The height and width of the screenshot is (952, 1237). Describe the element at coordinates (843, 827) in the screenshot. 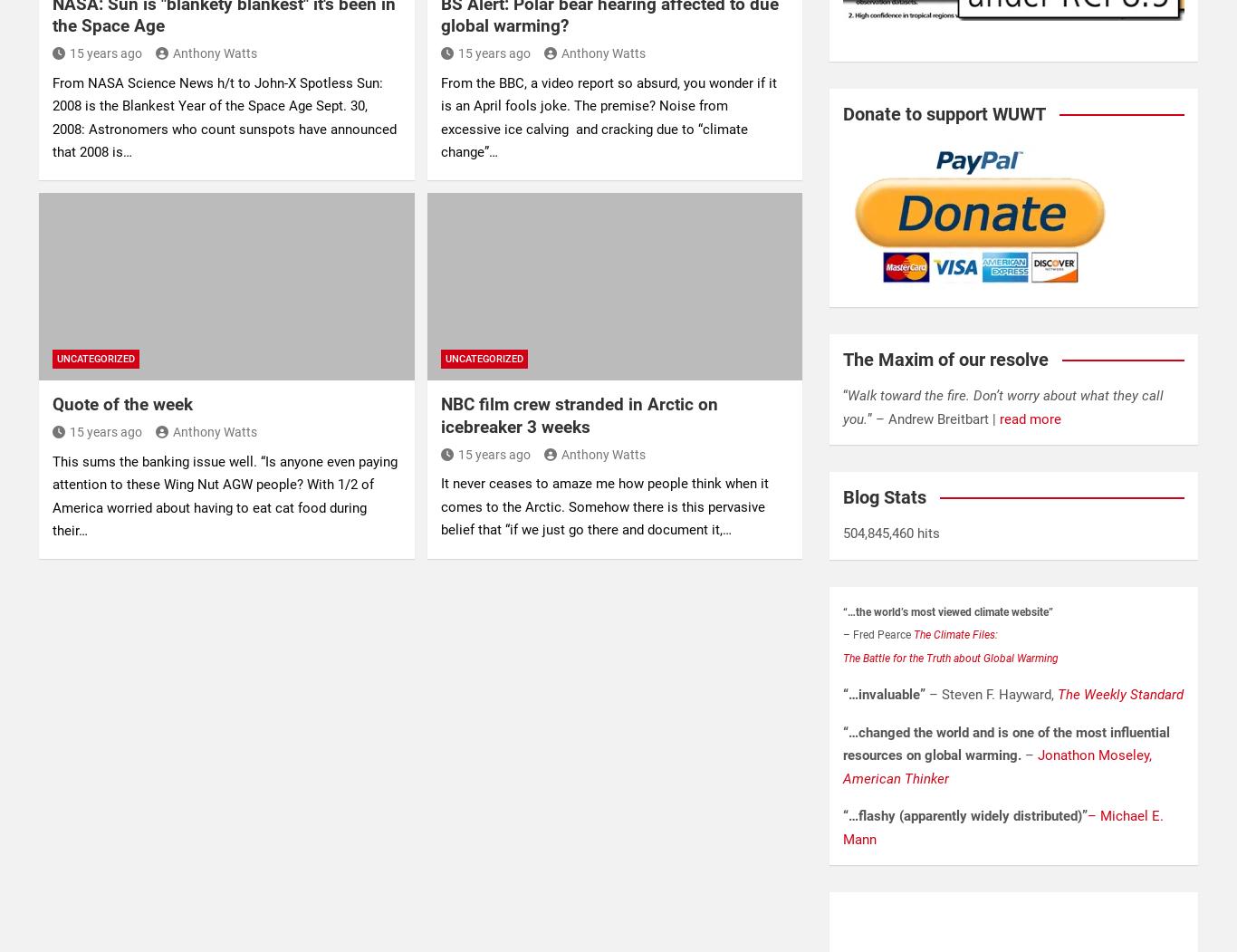

I see `'– Michael E. Mann'` at that location.